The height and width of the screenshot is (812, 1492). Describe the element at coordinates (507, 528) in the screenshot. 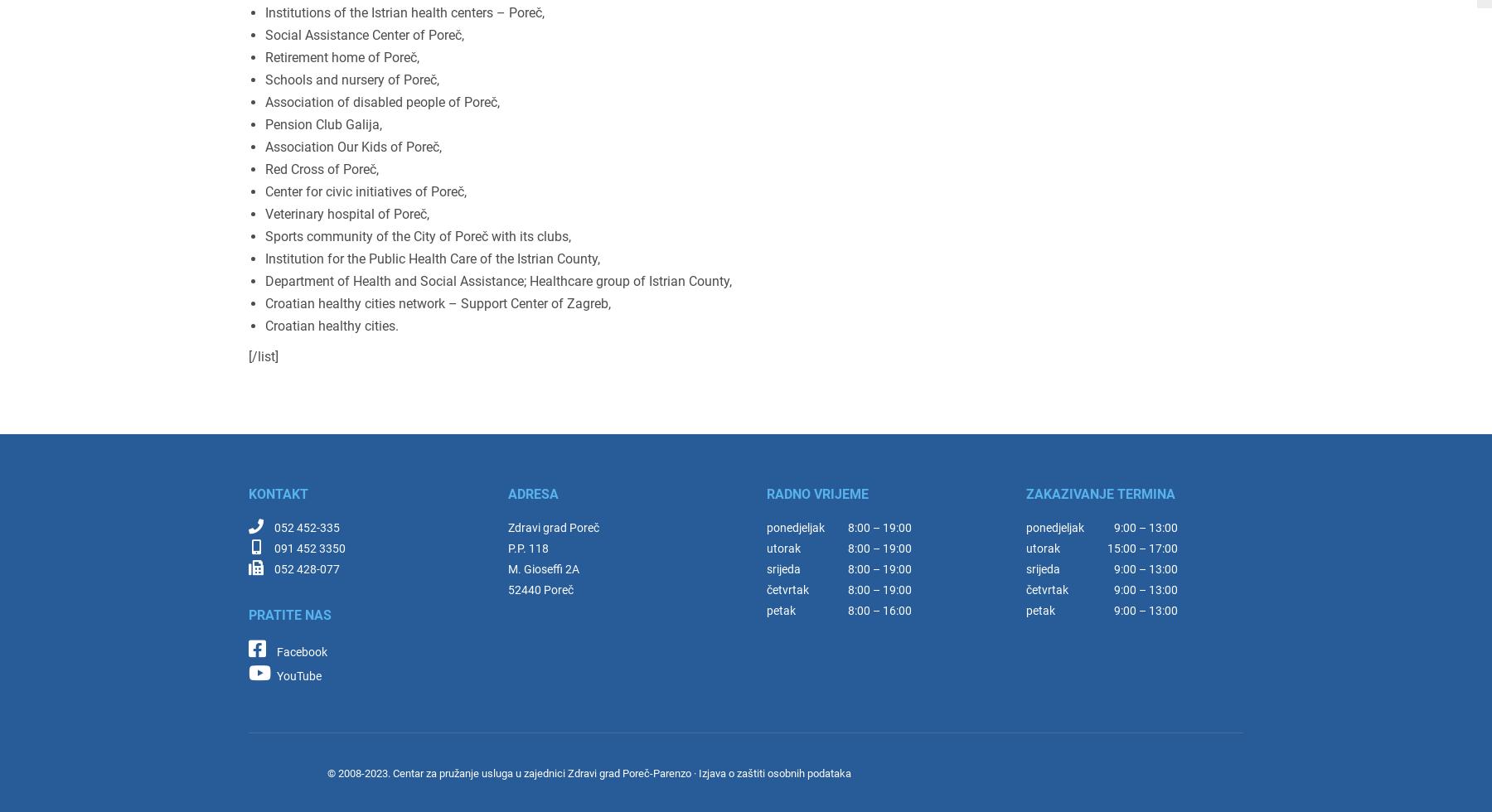

I see `'Zdravi grad Poreč'` at that location.